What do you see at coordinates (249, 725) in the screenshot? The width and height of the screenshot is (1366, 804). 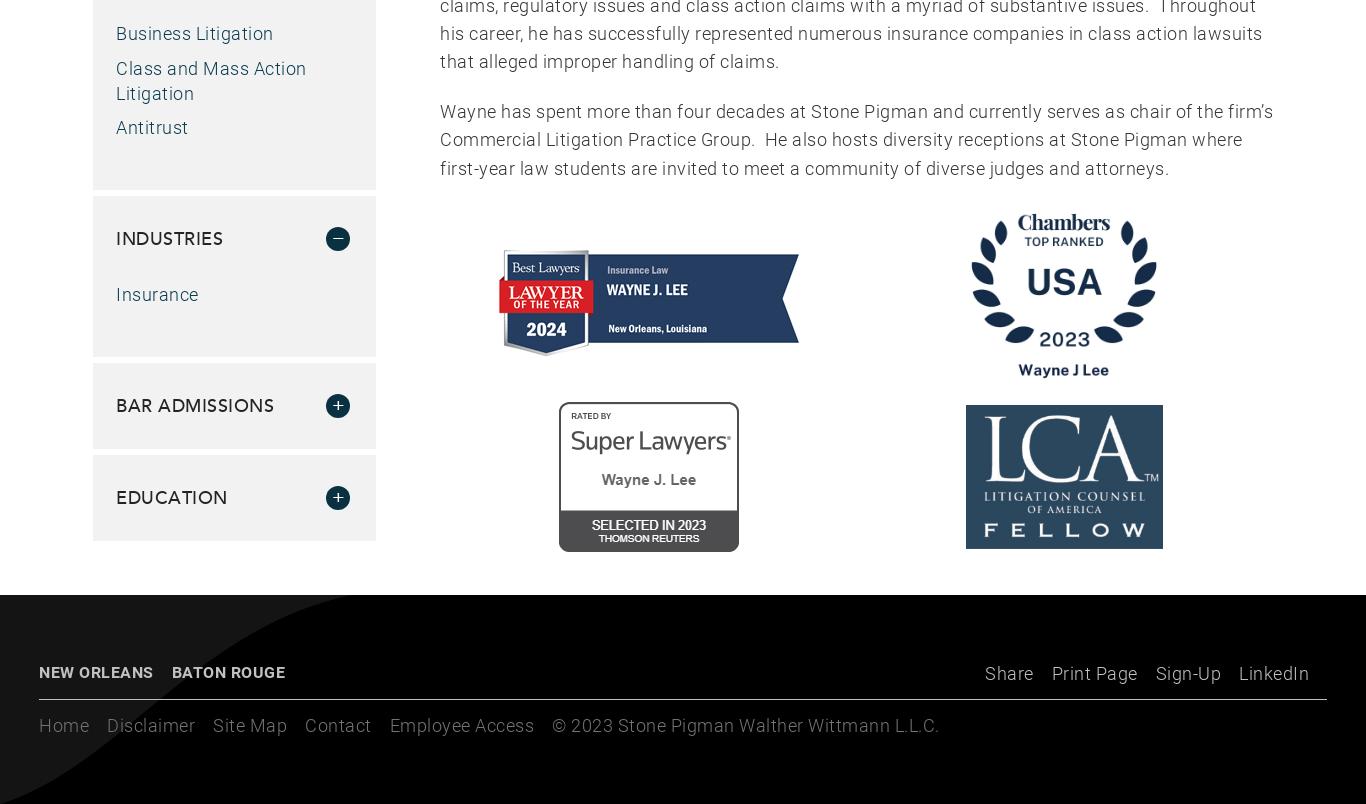 I see `'Site Map'` at bounding box center [249, 725].